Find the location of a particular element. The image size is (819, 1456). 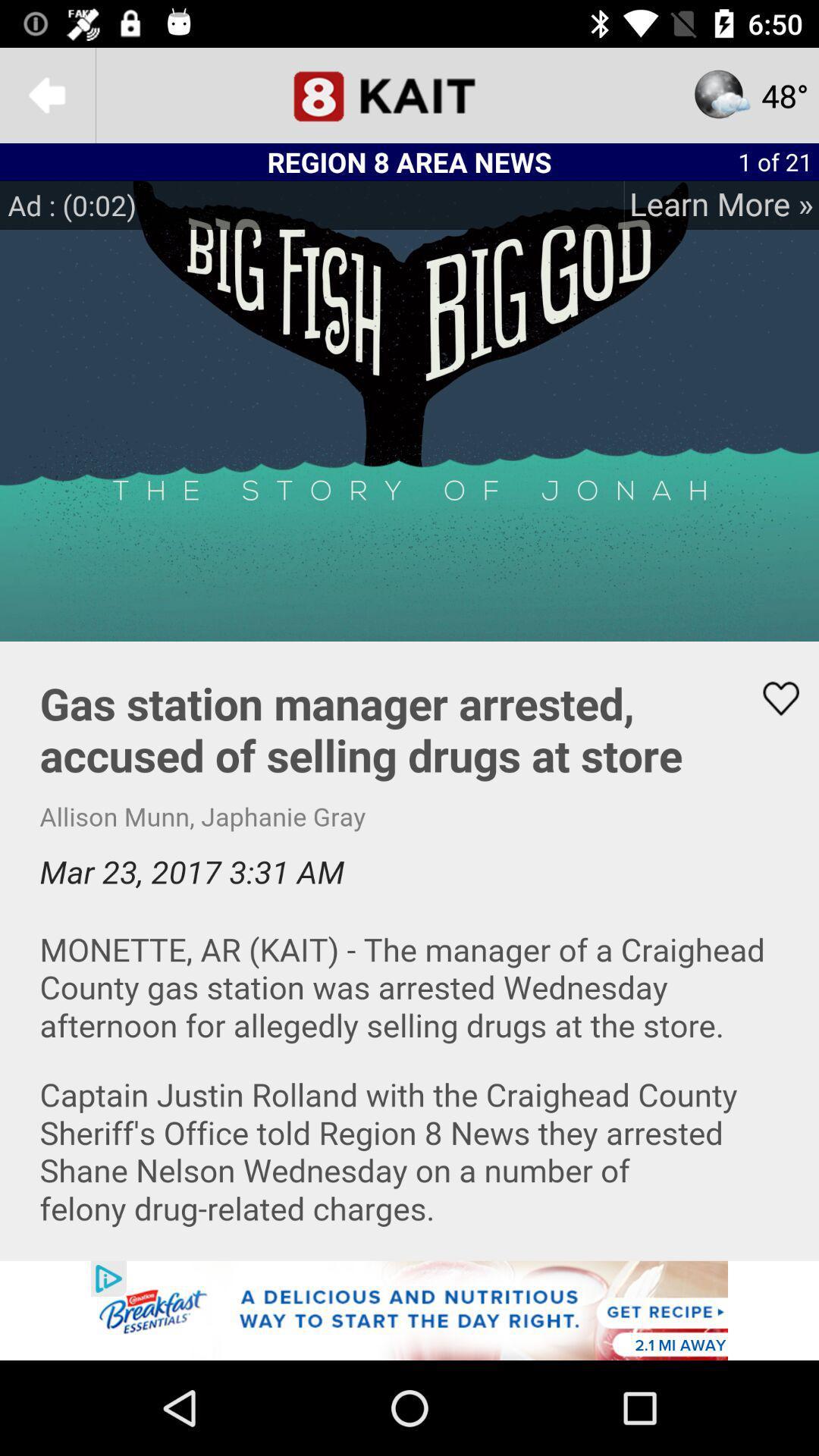

the favorite icon is located at coordinates (771, 698).